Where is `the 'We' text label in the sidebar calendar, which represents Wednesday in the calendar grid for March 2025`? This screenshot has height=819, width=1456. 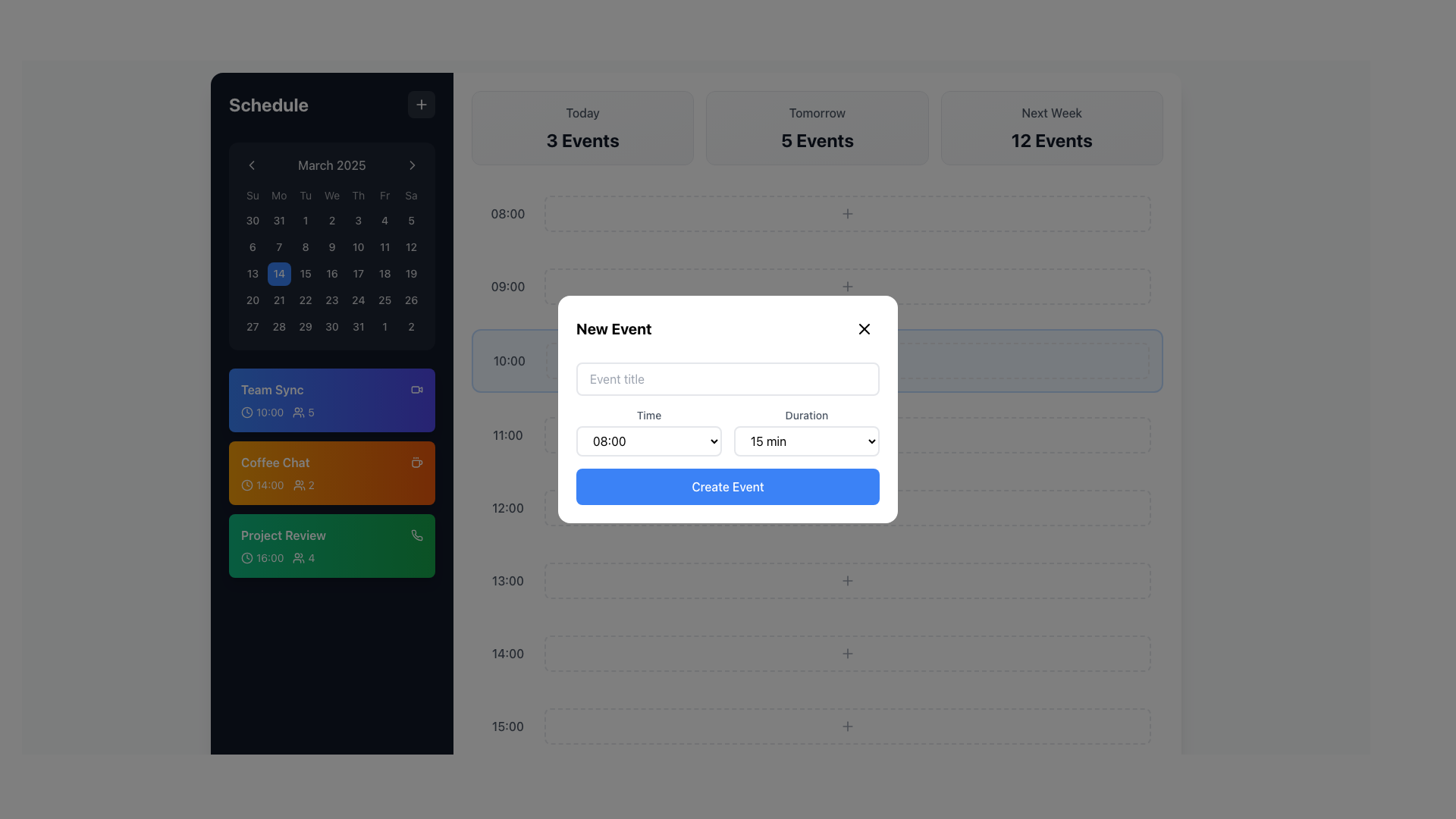 the 'We' text label in the sidebar calendar, which represents Wednesday in the calendar grid for March 2025 is located at coordinates (331, 195).